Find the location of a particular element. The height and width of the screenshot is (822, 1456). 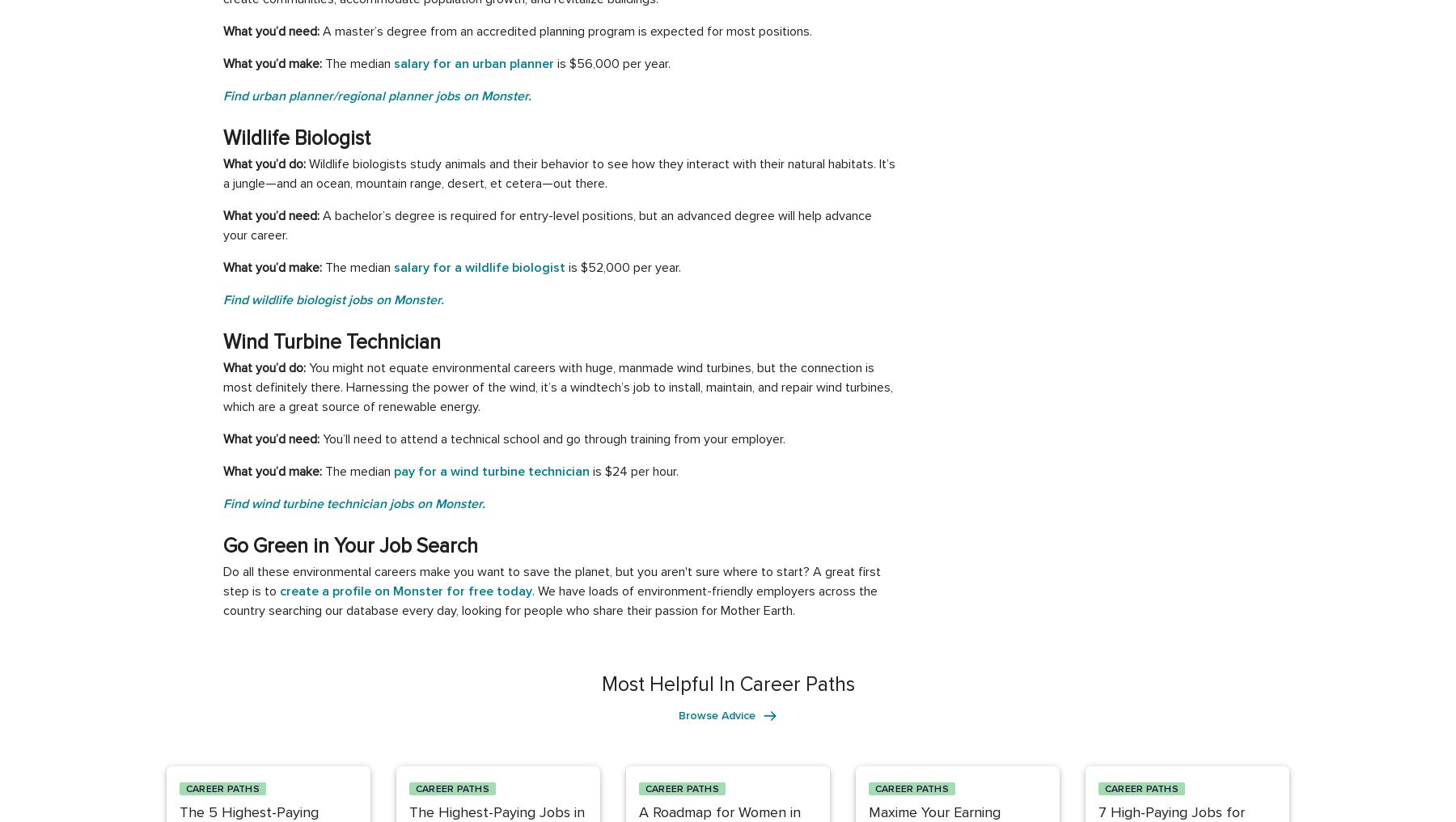

'Find wind turbine technician jobs on Monster.' is located at coordinates (353, 504).